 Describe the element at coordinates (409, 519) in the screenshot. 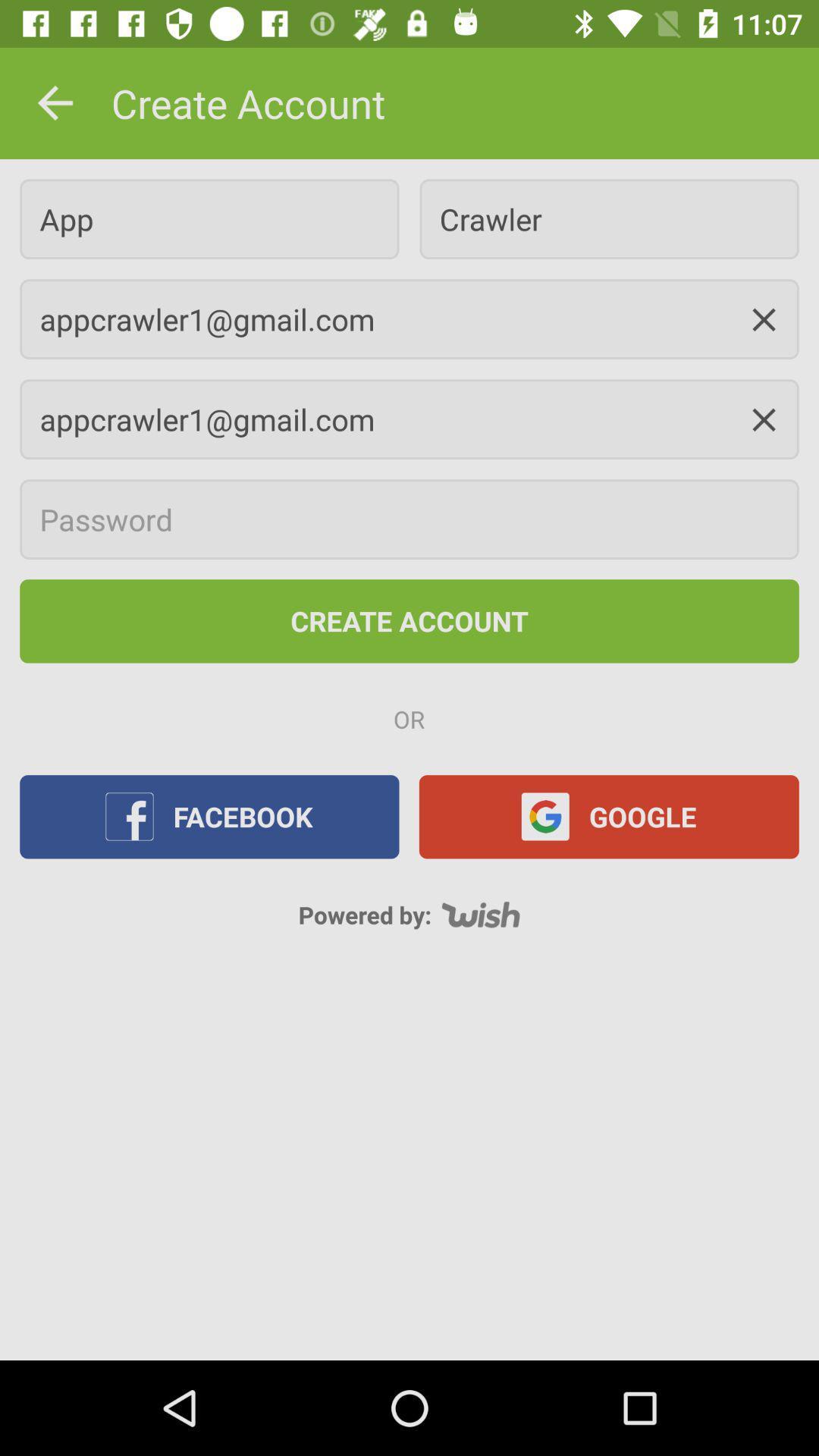

I see `your password` at that location.